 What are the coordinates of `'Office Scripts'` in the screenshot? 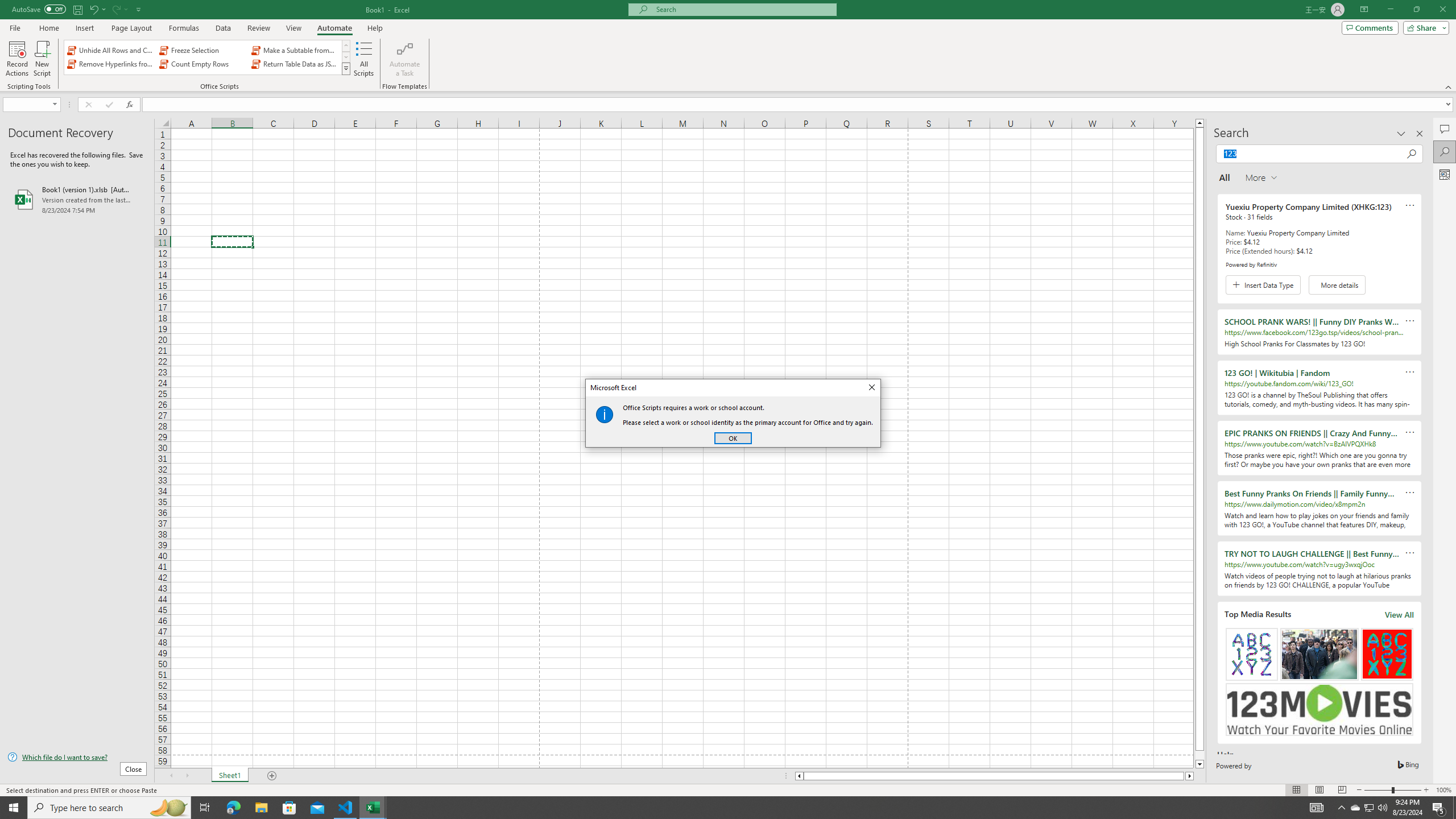 It's located at (346, 68).